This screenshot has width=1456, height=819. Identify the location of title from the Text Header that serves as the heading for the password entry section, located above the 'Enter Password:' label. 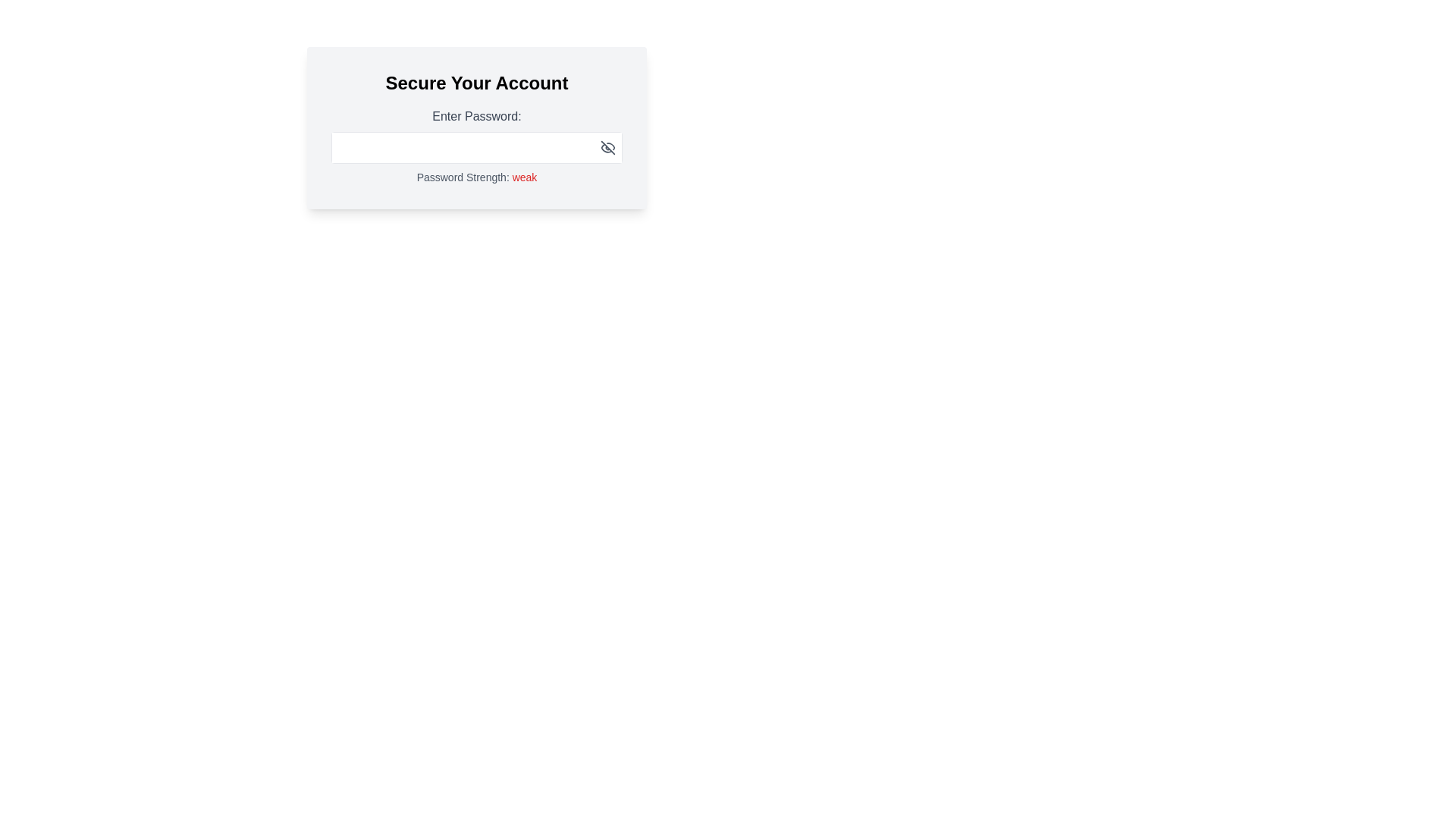
(475, 83).